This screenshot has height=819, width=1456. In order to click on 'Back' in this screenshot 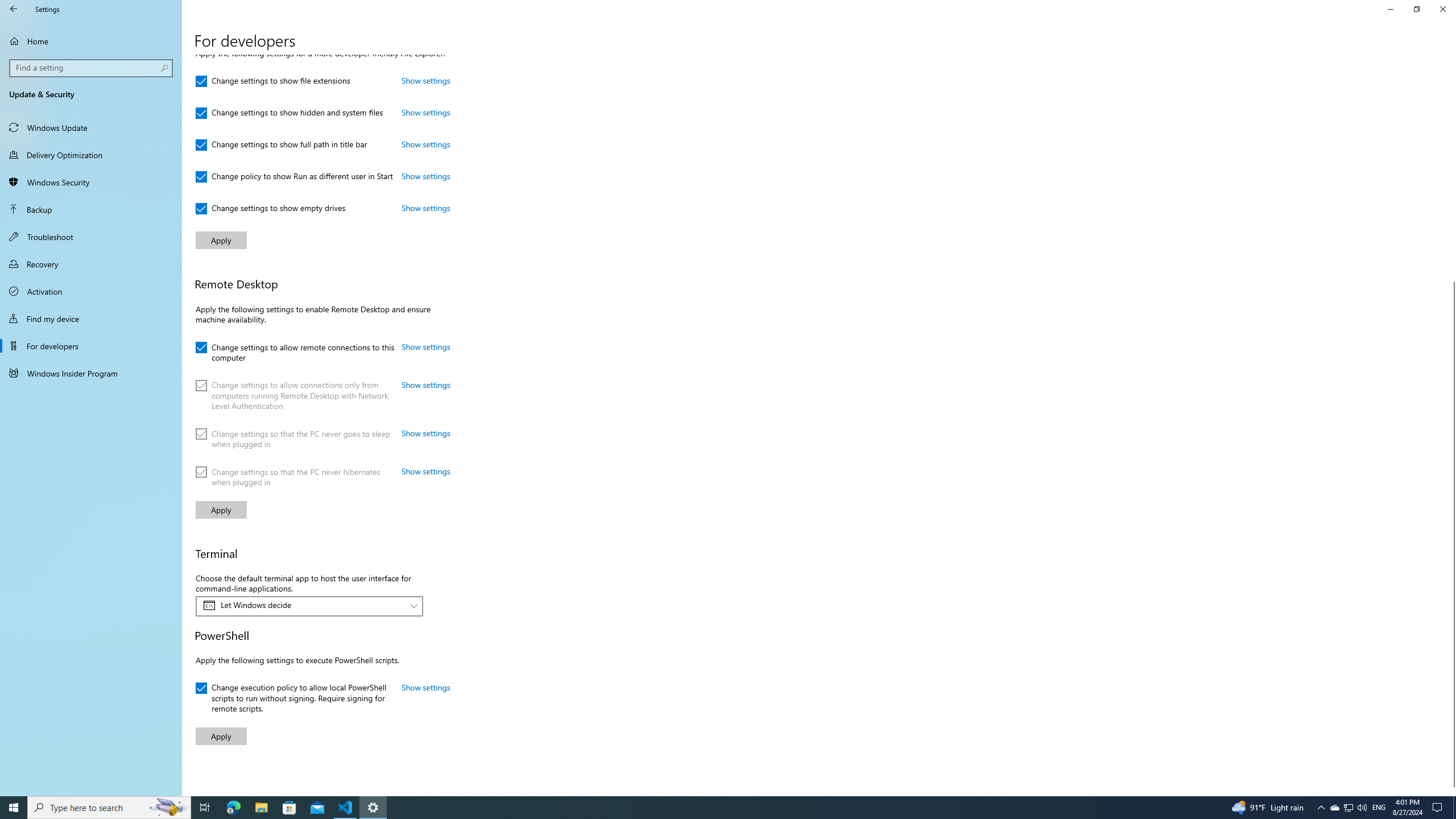, I will do `click(14, 9)`.